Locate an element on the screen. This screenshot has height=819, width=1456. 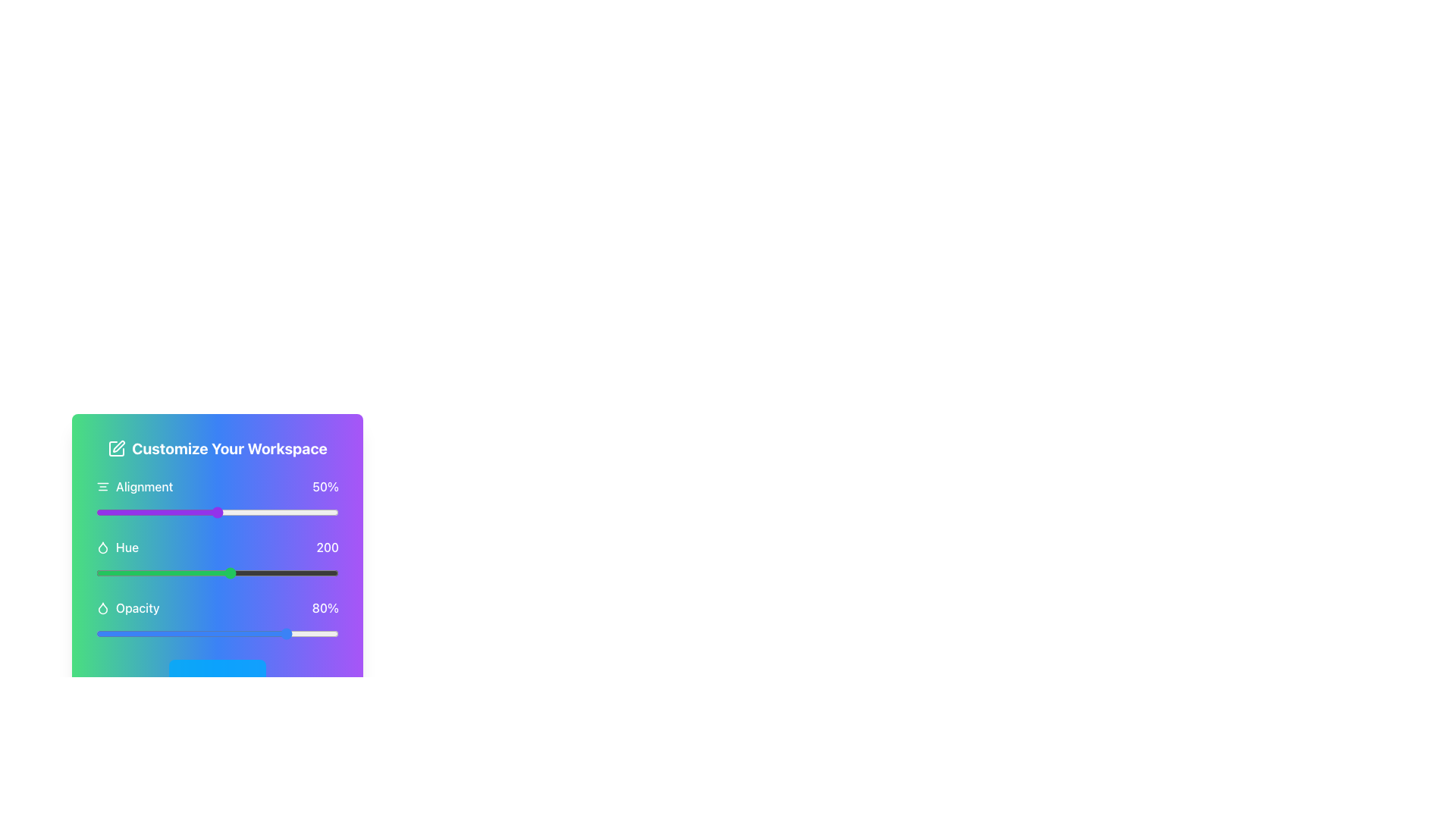
the droplet icon representing opacity, which is located adjacent to the text 'Opacity' in the lower portion of the interface is located at coordinates (102, 607).